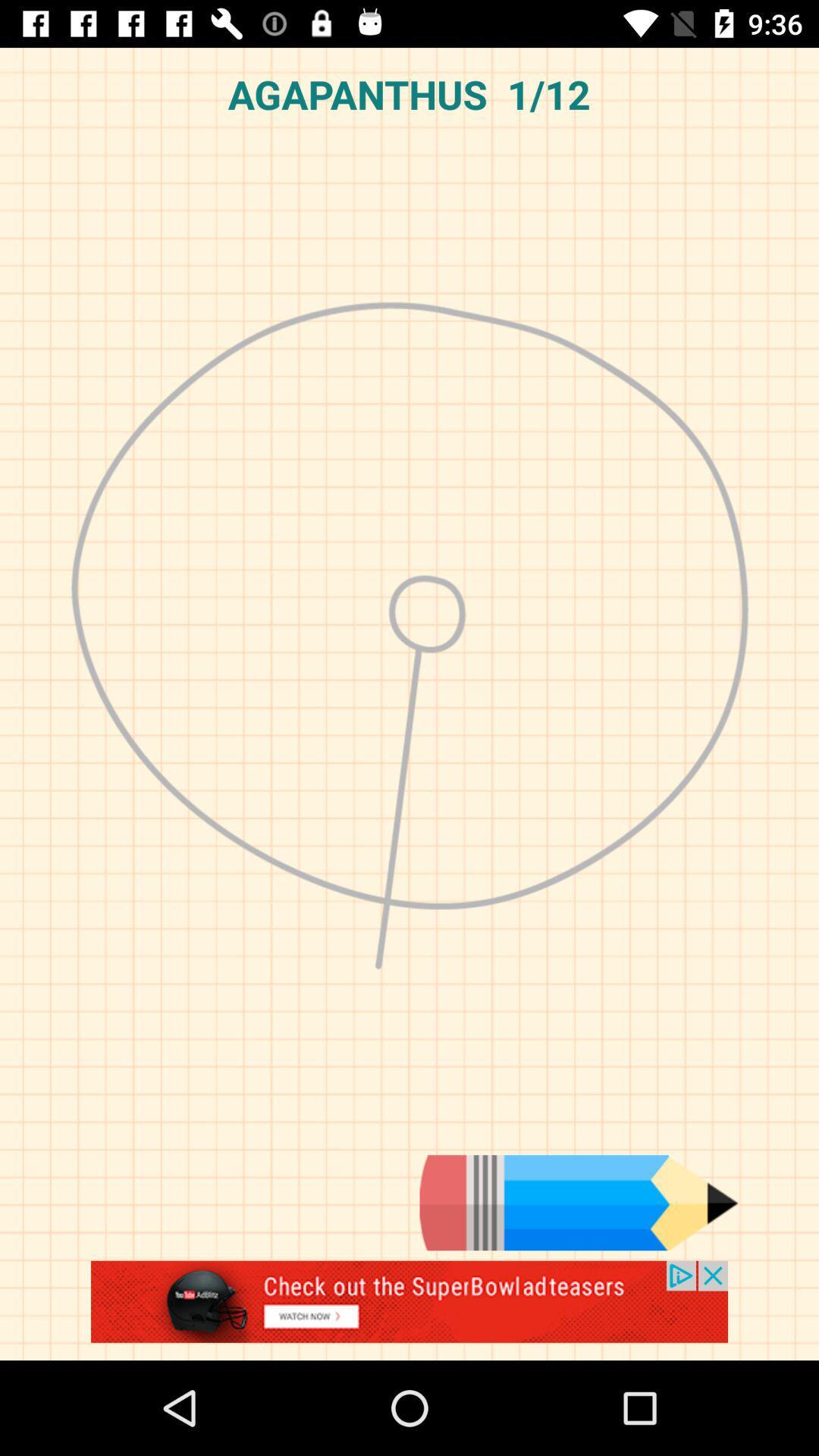  What do you see at coordinates (409, 1310) in the screenshot?
I see `the advertisement` at bounding box center [409, 1310].